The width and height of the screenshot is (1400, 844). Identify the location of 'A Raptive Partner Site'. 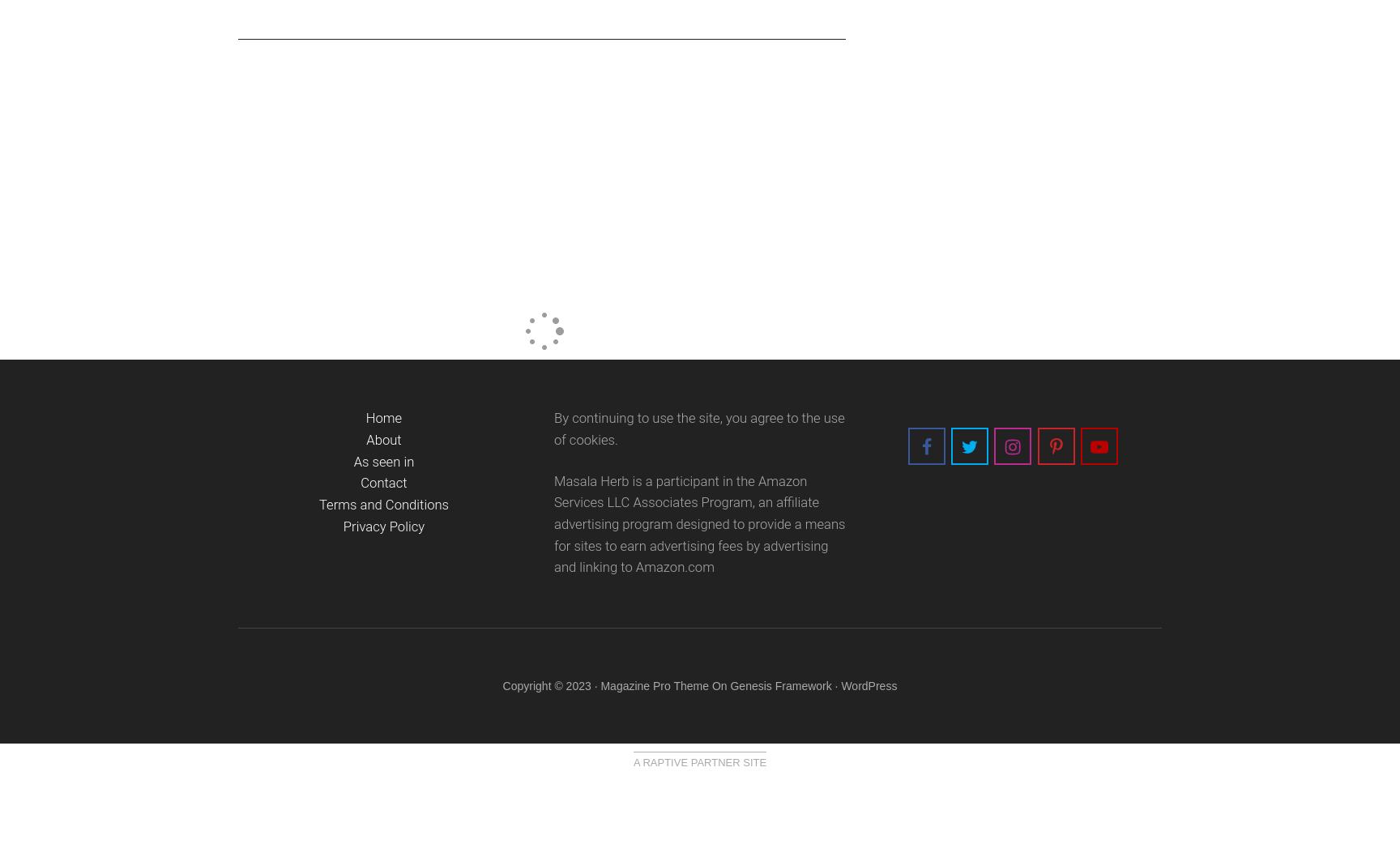
(632, 761).